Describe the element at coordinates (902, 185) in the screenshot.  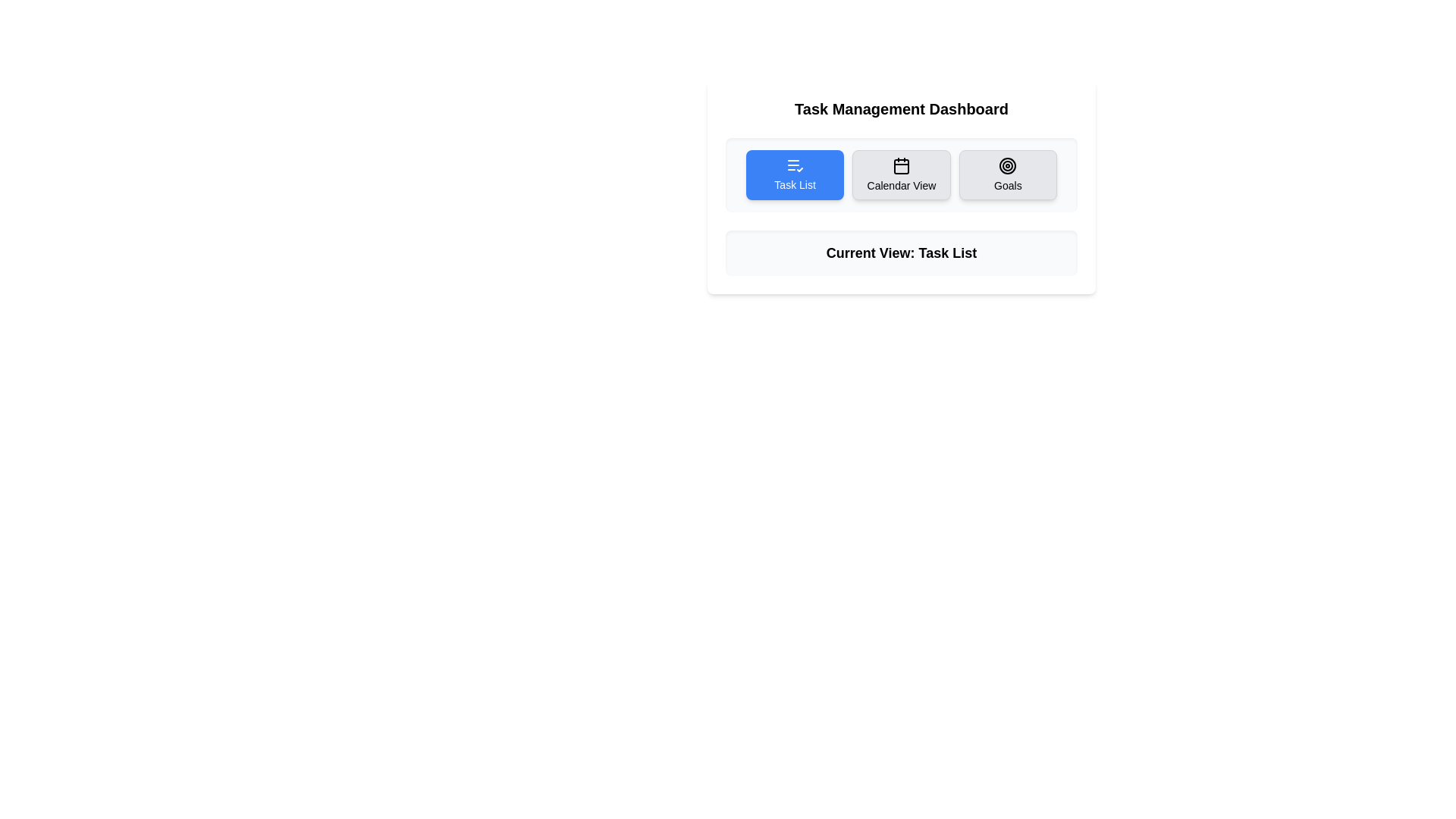
I see `'Calendar View' label, which is a text label styled with a regular font size and positioned under a calendar icon in a card-like button interface` at that location.